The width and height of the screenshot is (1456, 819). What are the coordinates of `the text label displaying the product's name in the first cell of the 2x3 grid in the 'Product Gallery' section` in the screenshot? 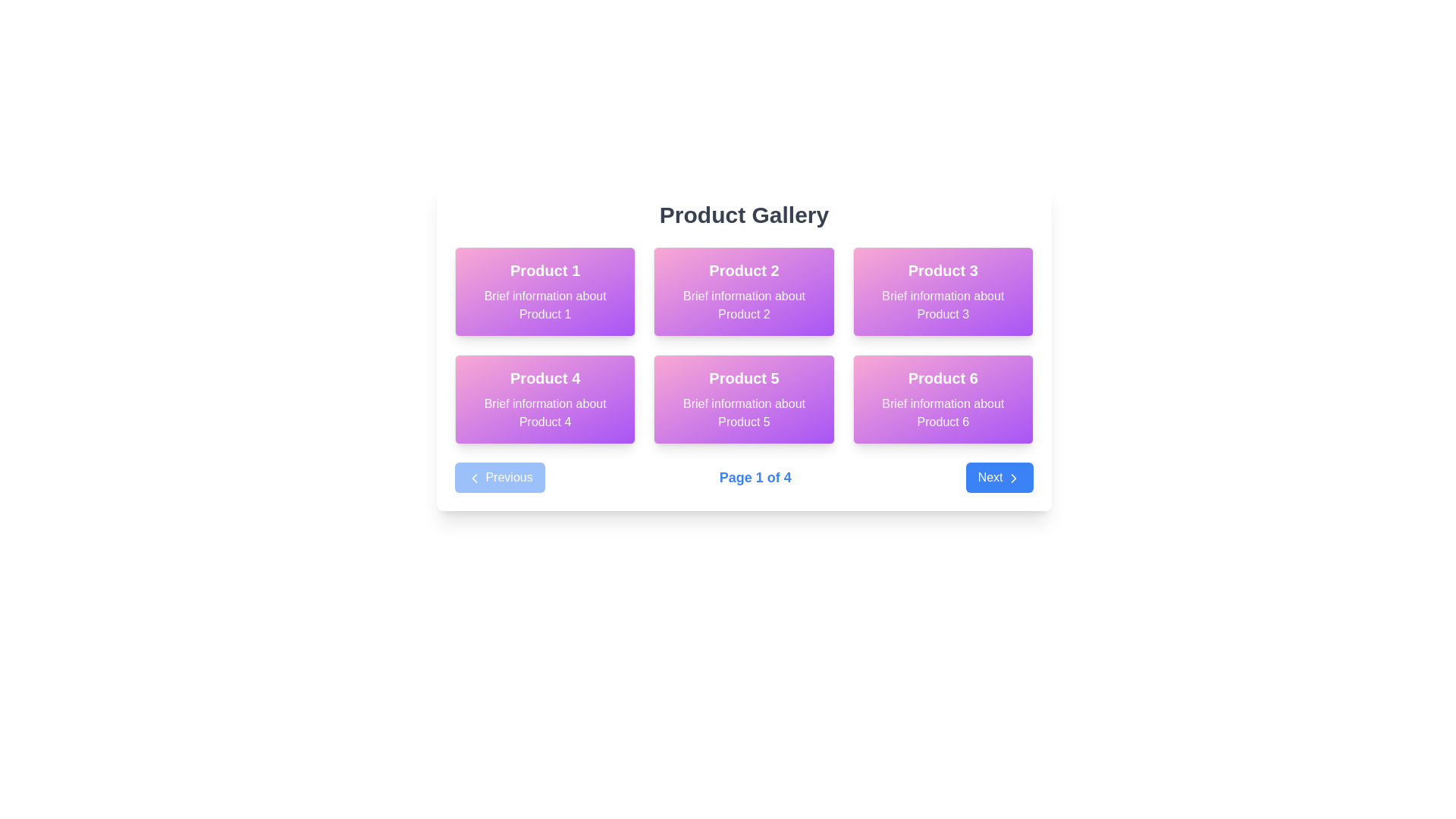 It's located at (545, 270).